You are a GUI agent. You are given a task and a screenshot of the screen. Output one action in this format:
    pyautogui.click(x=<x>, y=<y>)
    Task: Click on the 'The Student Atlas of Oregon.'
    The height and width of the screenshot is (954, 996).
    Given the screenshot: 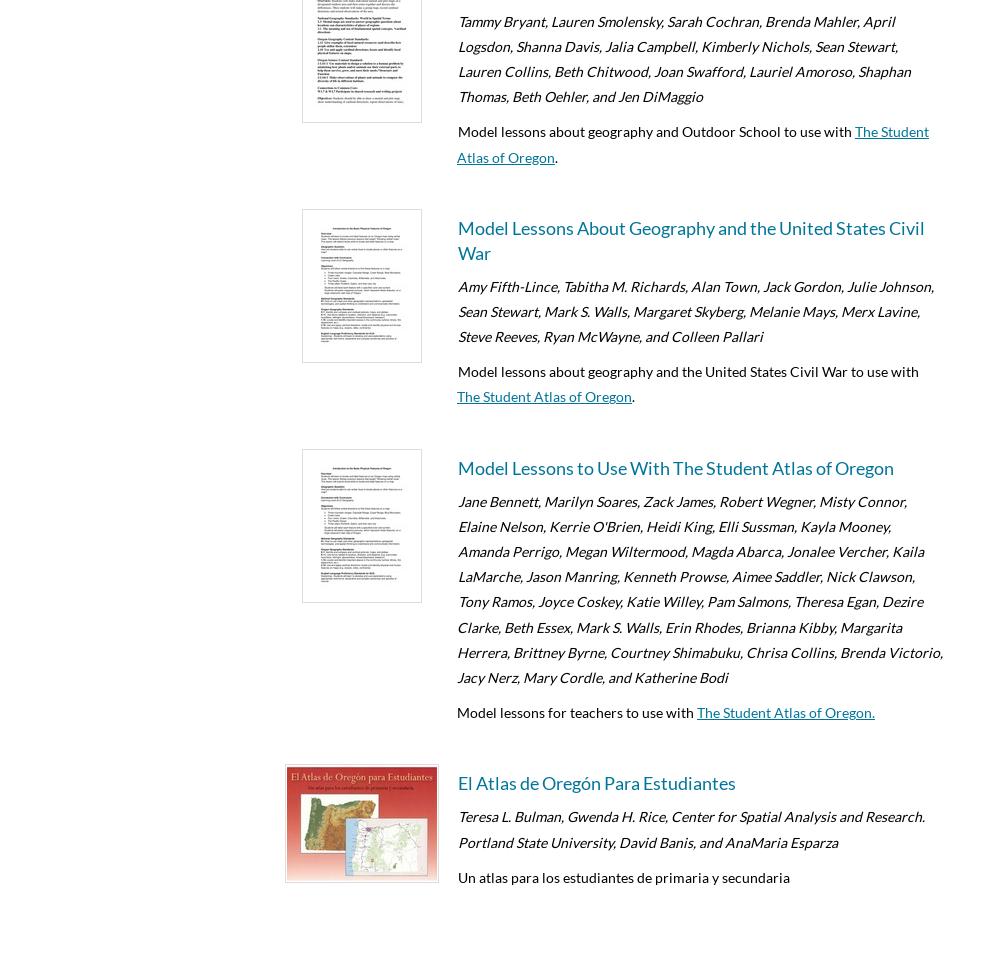 What is the action you would take?
    pyautogui.click(x=786, y=711)
    